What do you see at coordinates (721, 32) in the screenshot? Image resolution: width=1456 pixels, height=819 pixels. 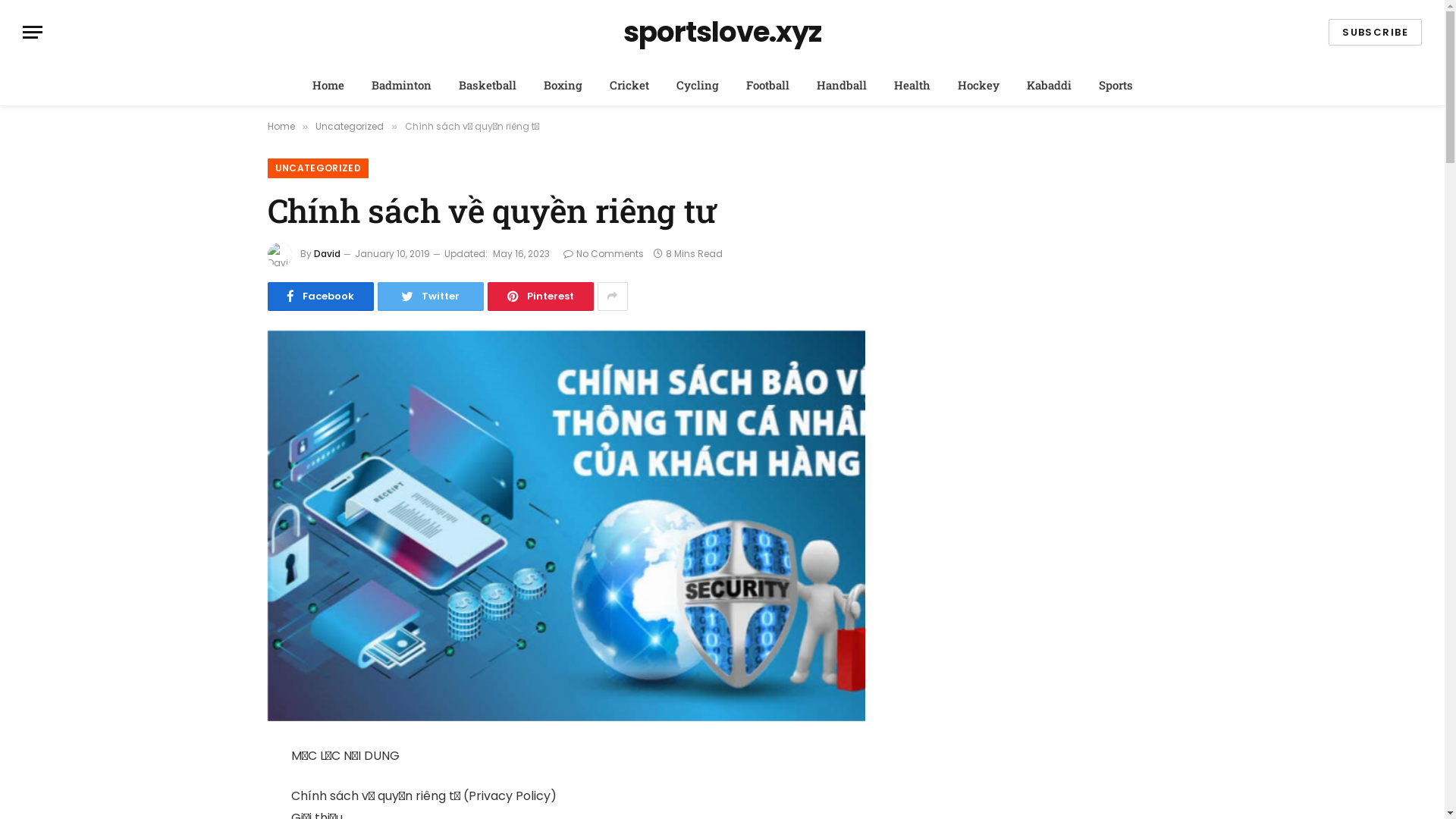 I see `'sportslove.xyz'` at bounding box center [721, 32].